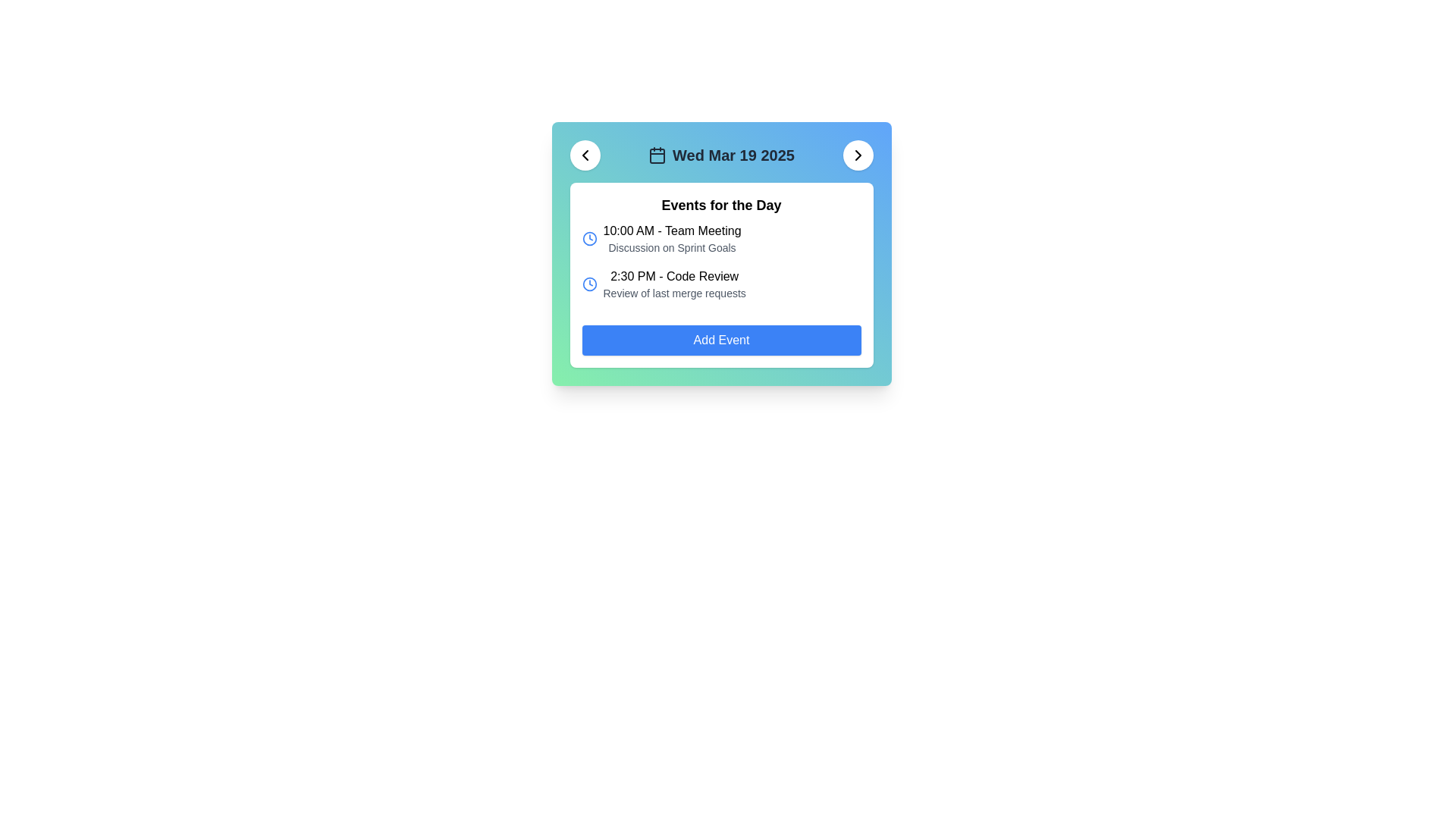  What do you see at coordinates (720, 284) in the screenshot?
I see `on the 'Code Review' event entry in the schedule list` at bounding box center [720, 284].